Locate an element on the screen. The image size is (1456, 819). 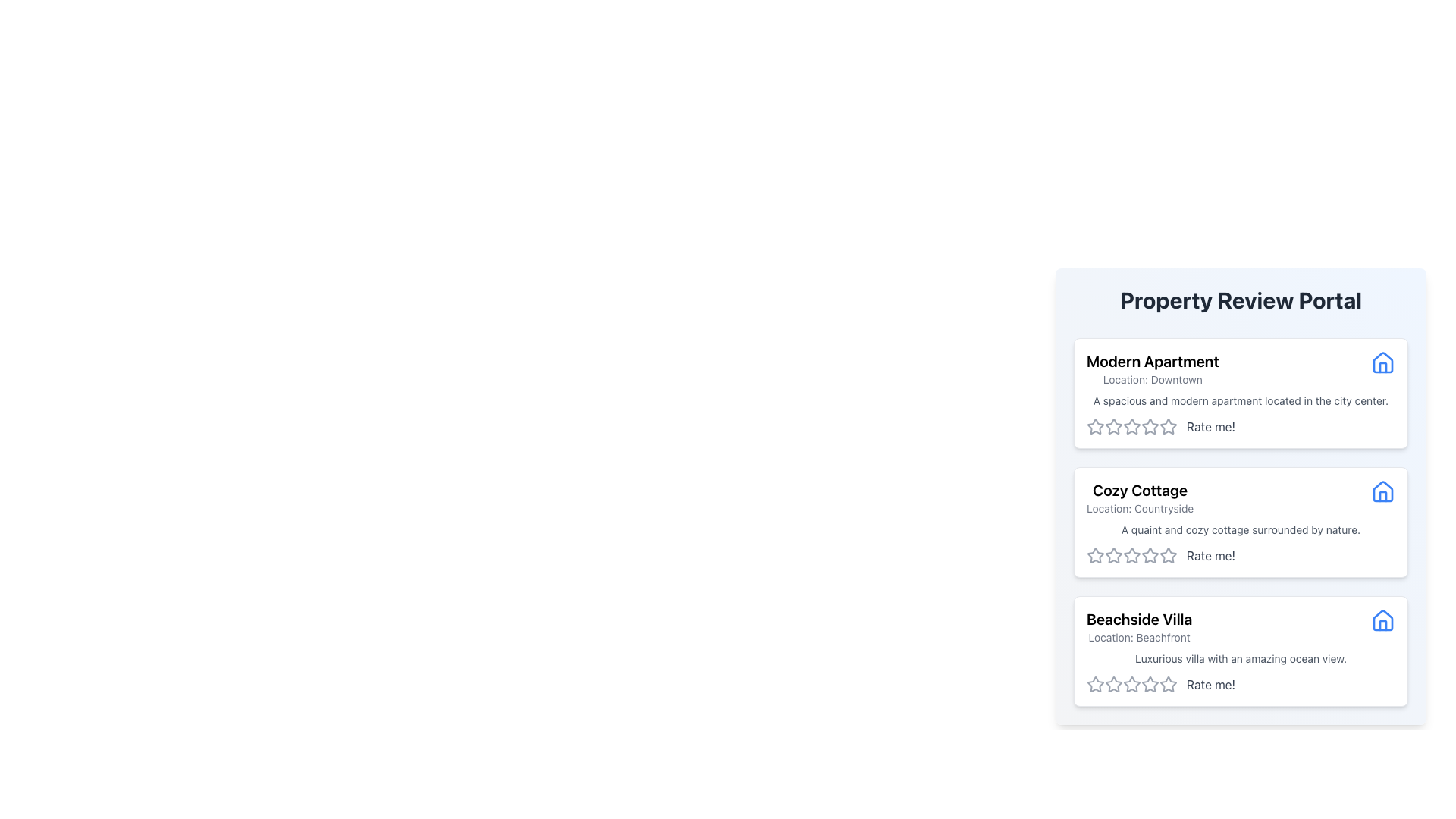
the third star icon in the rating row of the Beachside Villa card to assign a rating is located at coordinates (1167, 684).